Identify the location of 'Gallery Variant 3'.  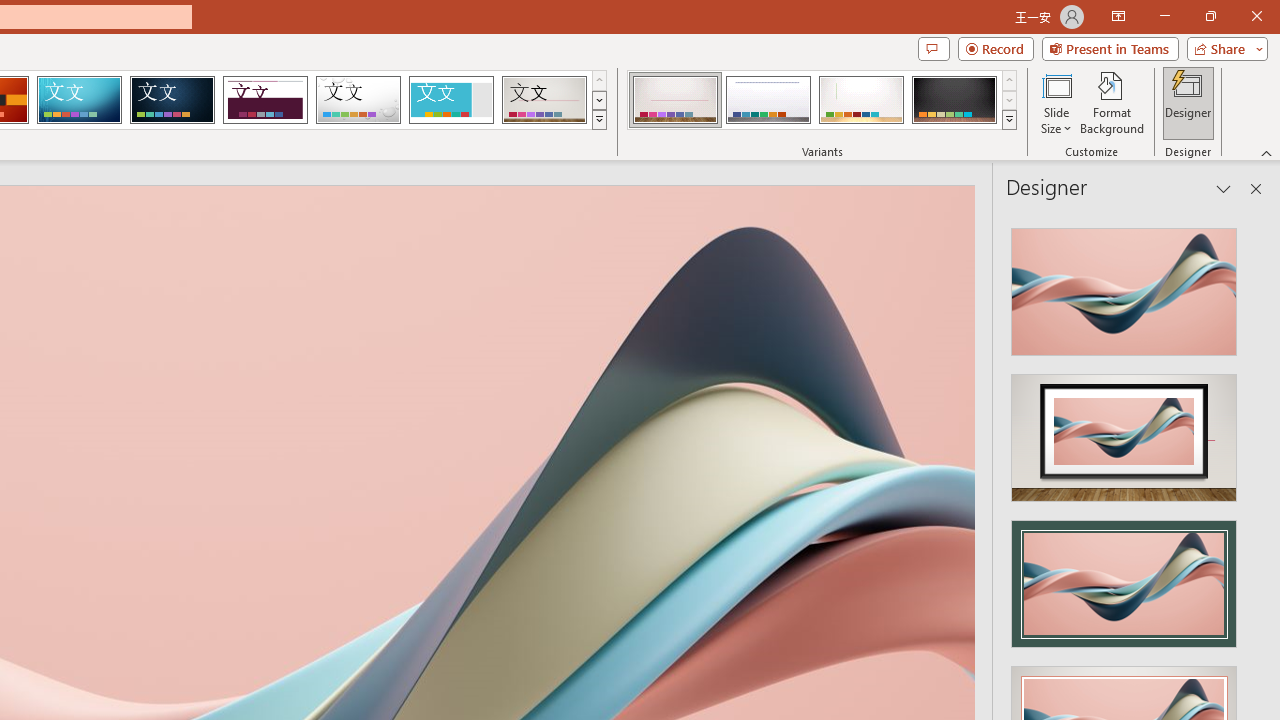
(861, 100).